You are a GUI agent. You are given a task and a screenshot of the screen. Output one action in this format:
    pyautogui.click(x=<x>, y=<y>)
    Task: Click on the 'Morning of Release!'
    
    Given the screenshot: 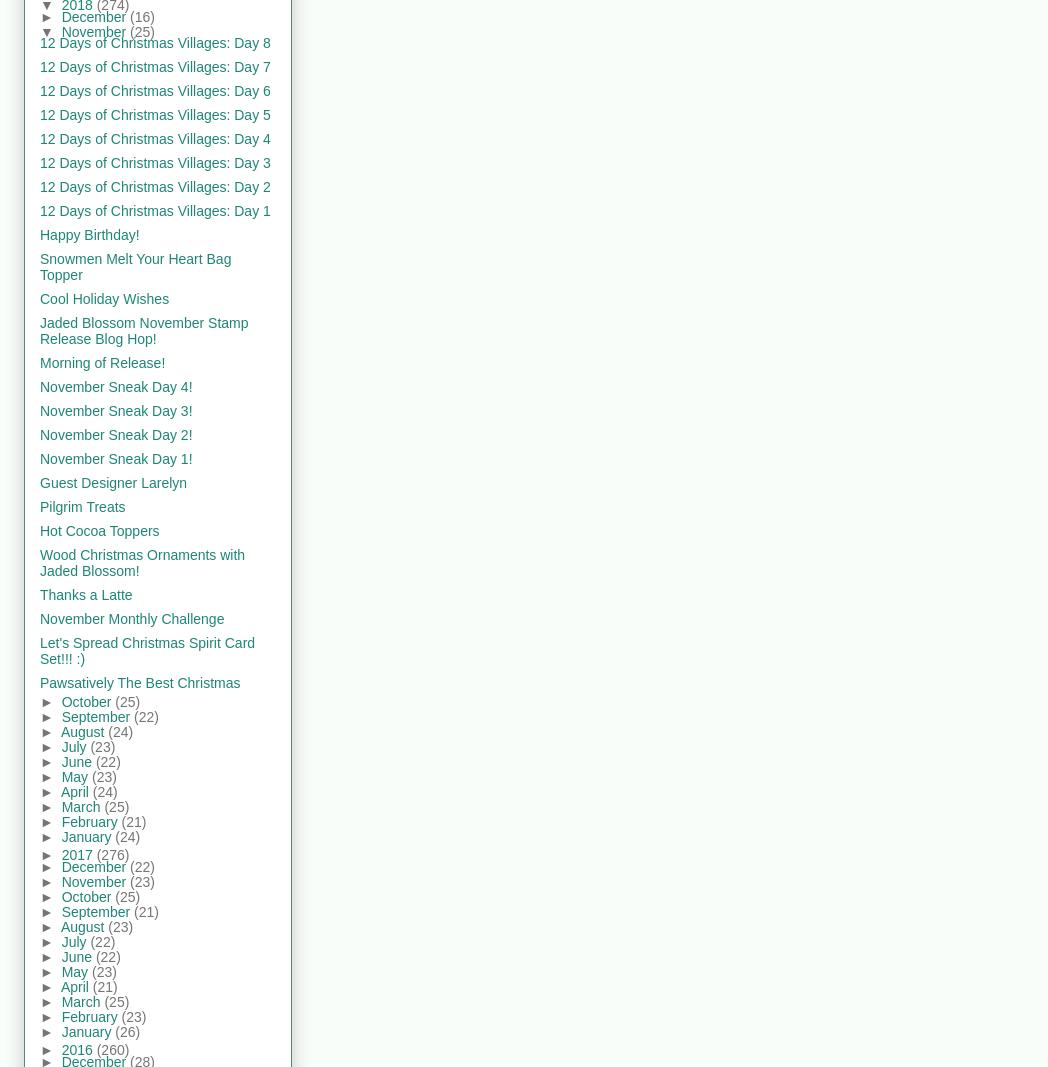 What is the action you would take?
    pyautogui.click(x=101, y=361)
    